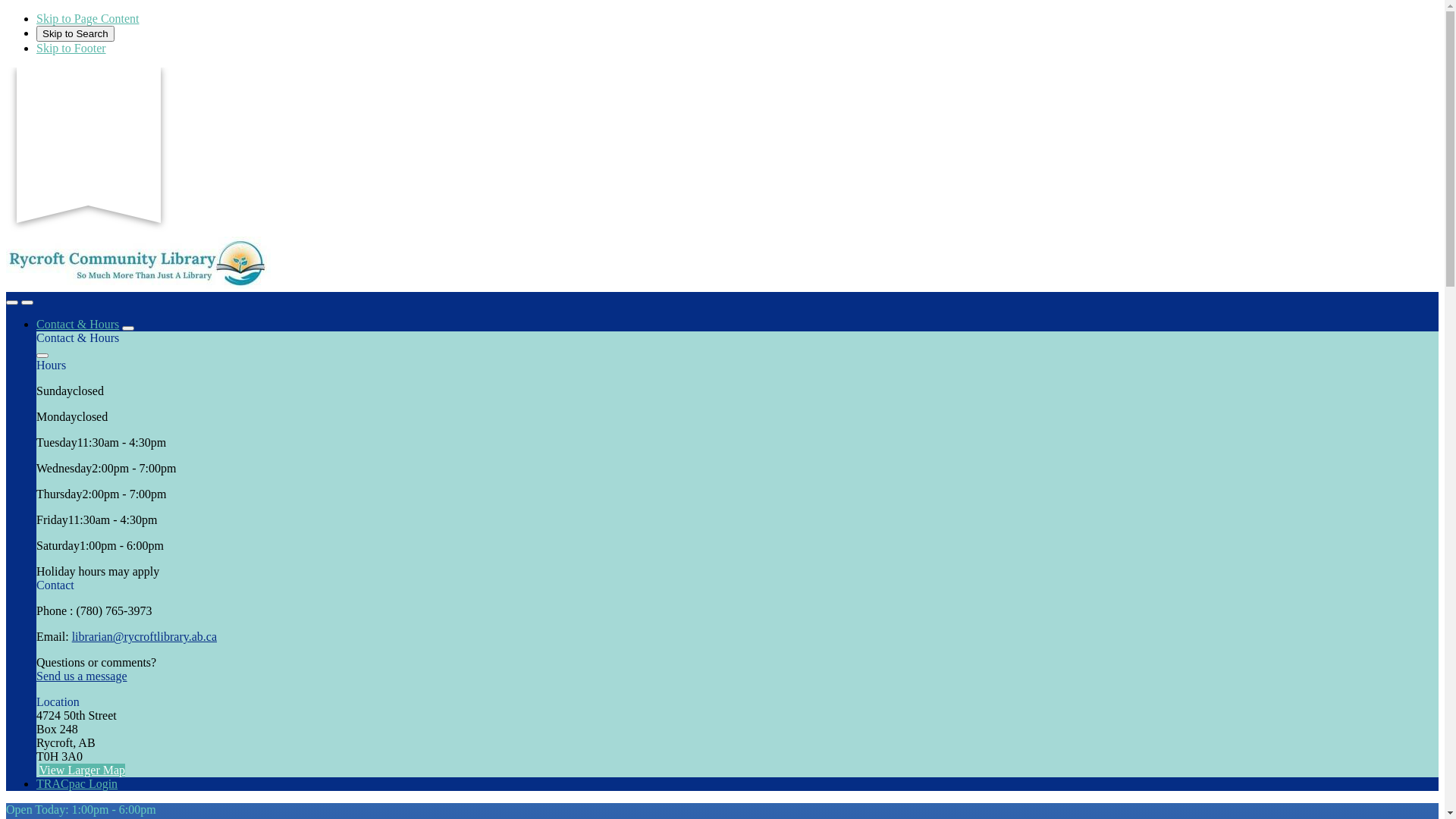  I want to click on 'Skip to Footer', so click(71, 47).